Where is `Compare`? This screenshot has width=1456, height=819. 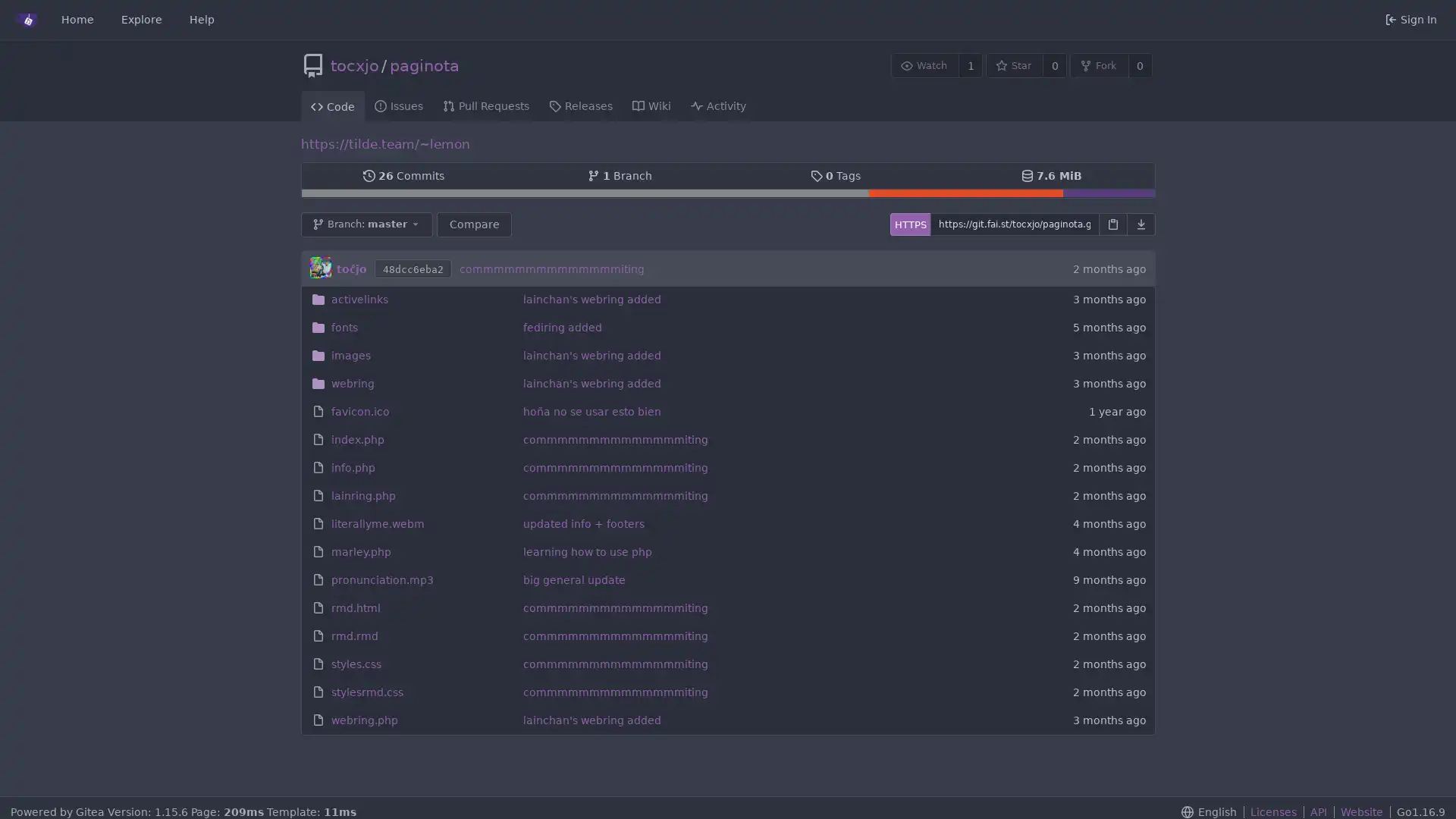
Compare is located at coordinates (472, 224).